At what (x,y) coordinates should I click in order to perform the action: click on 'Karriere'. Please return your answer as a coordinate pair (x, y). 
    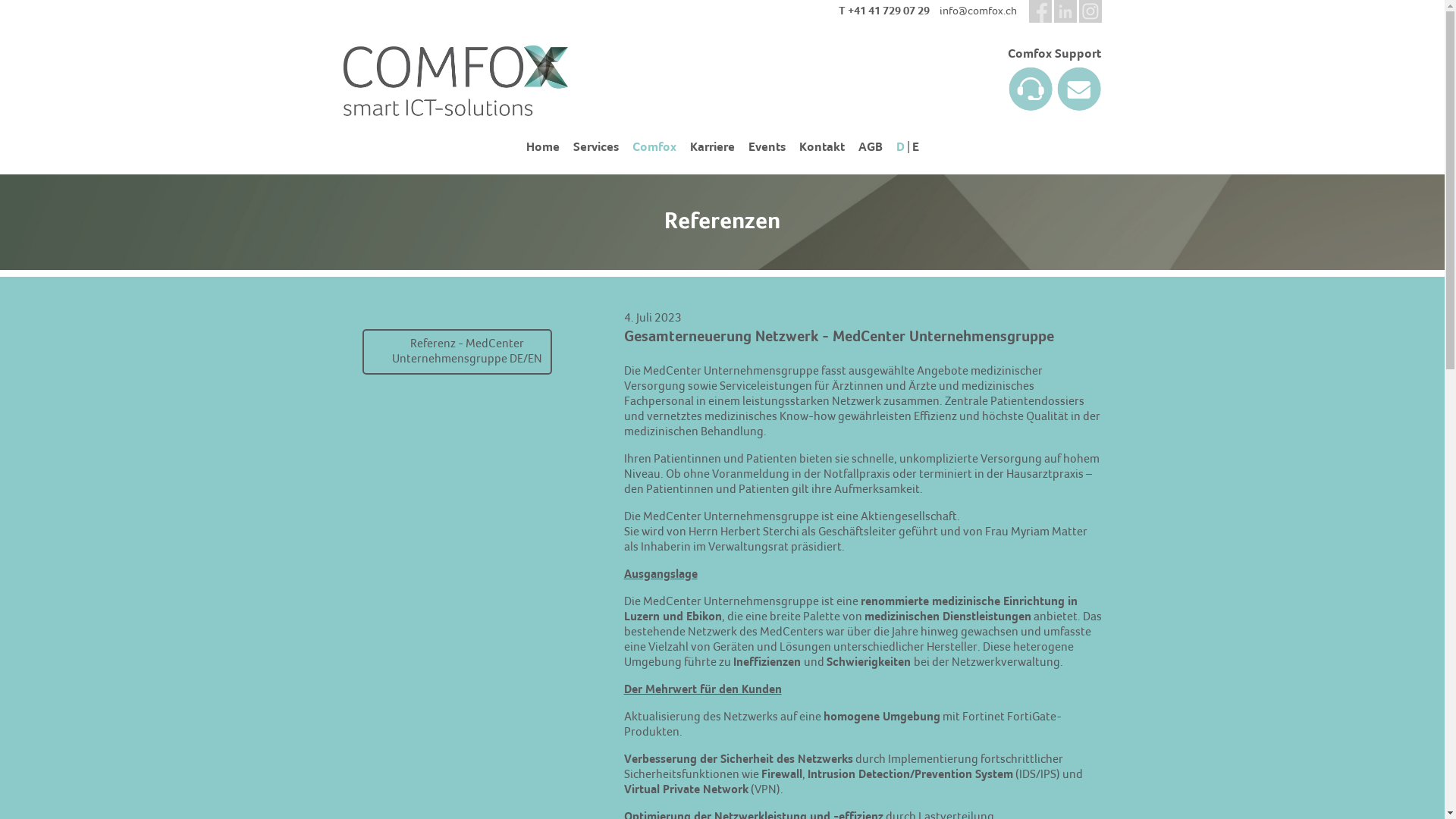
    Looking at the image, I should click on (711, 147).